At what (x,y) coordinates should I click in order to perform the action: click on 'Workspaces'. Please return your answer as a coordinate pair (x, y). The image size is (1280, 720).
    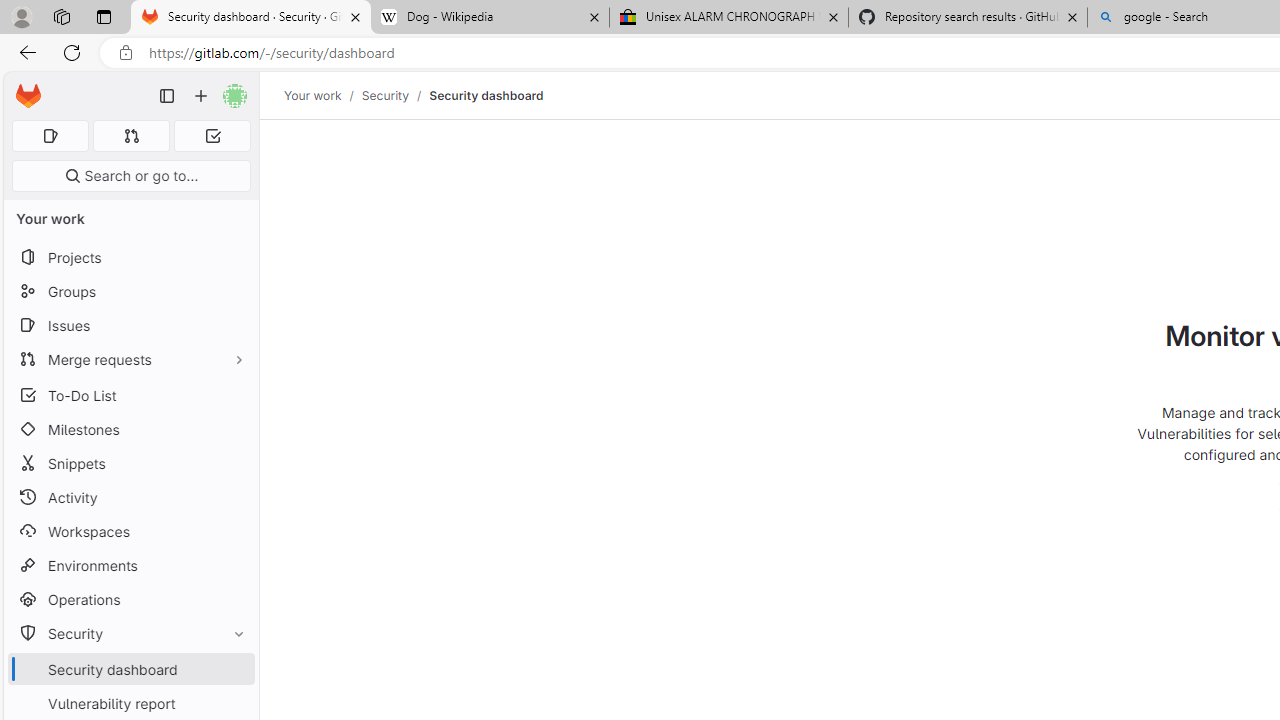
    Looking at the image, I should click on (130, 530).